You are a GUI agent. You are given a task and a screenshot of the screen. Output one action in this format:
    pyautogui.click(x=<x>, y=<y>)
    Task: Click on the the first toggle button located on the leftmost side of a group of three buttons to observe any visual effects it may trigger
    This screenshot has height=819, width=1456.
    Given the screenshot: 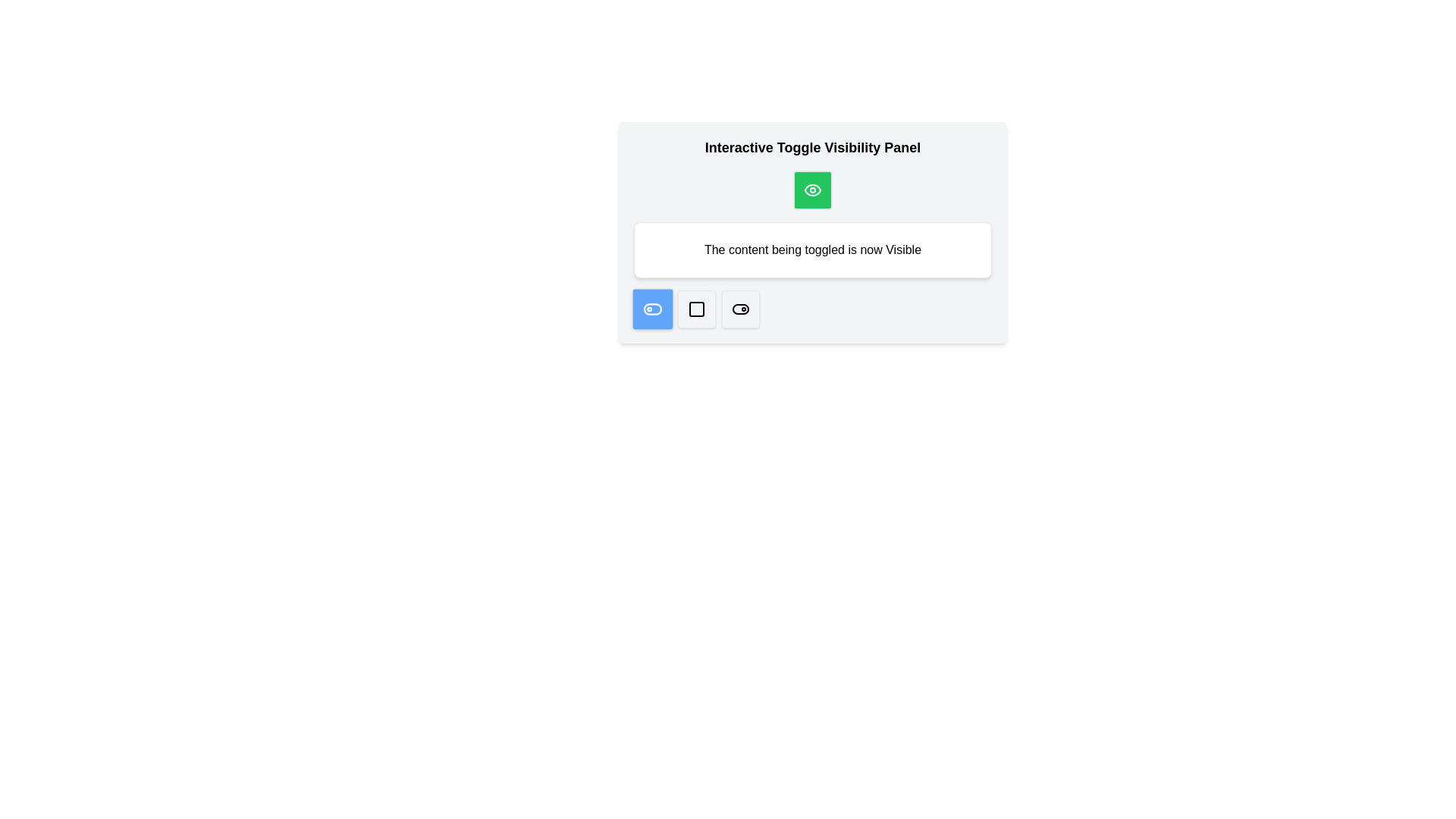 What is the action you would take?
    pyautogui.click(x=652, y=309)
    